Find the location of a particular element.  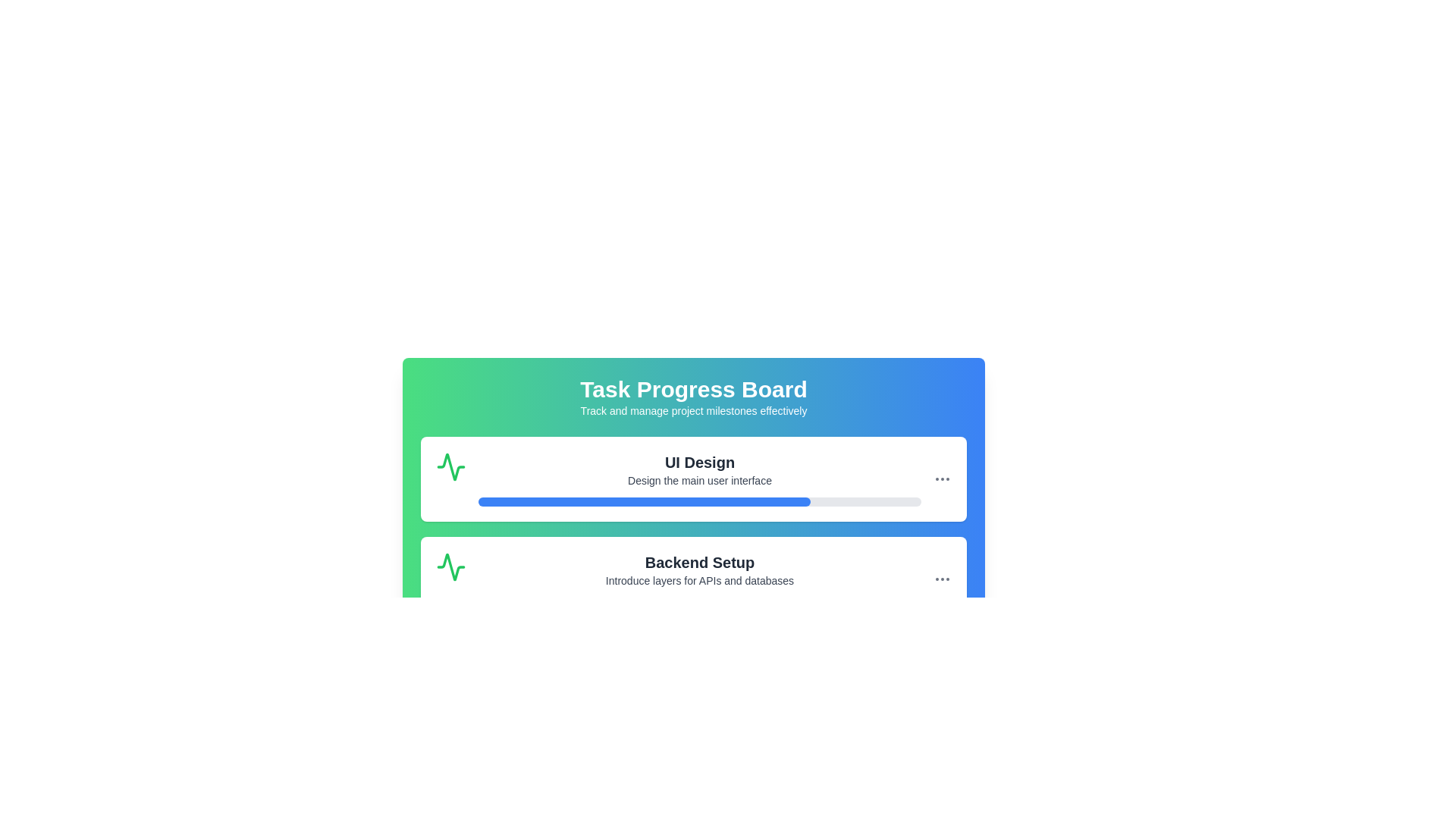

text label displaying 'Track and manage project milestones effectively', which is centrally aligned below the 'Task Progress Board' title and styled in white on a gradient background is located at coordinates (693, 411).